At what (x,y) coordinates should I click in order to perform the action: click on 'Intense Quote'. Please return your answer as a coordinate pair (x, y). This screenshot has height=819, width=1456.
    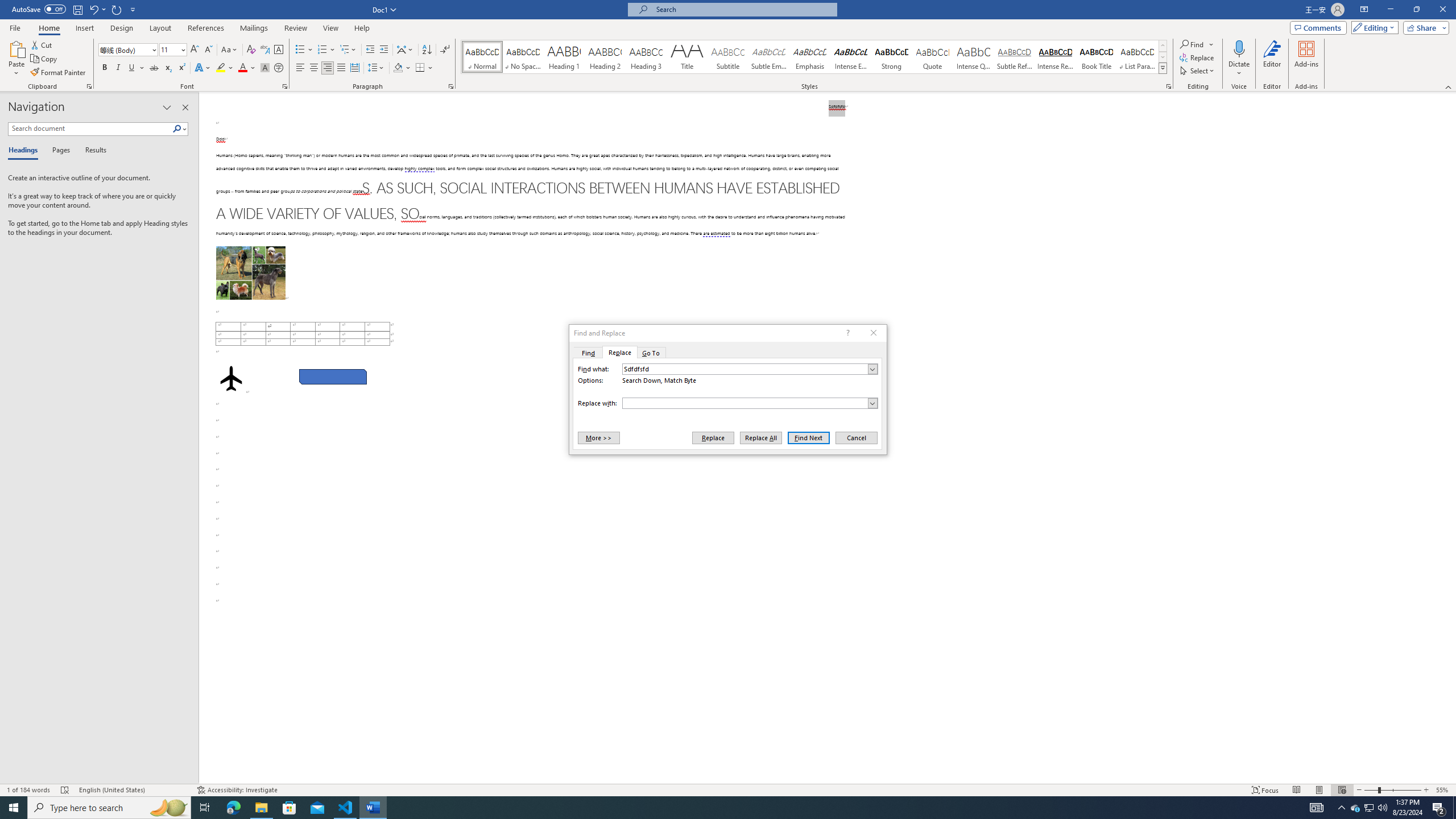
    Looking at the image, I should click on (974, 56).